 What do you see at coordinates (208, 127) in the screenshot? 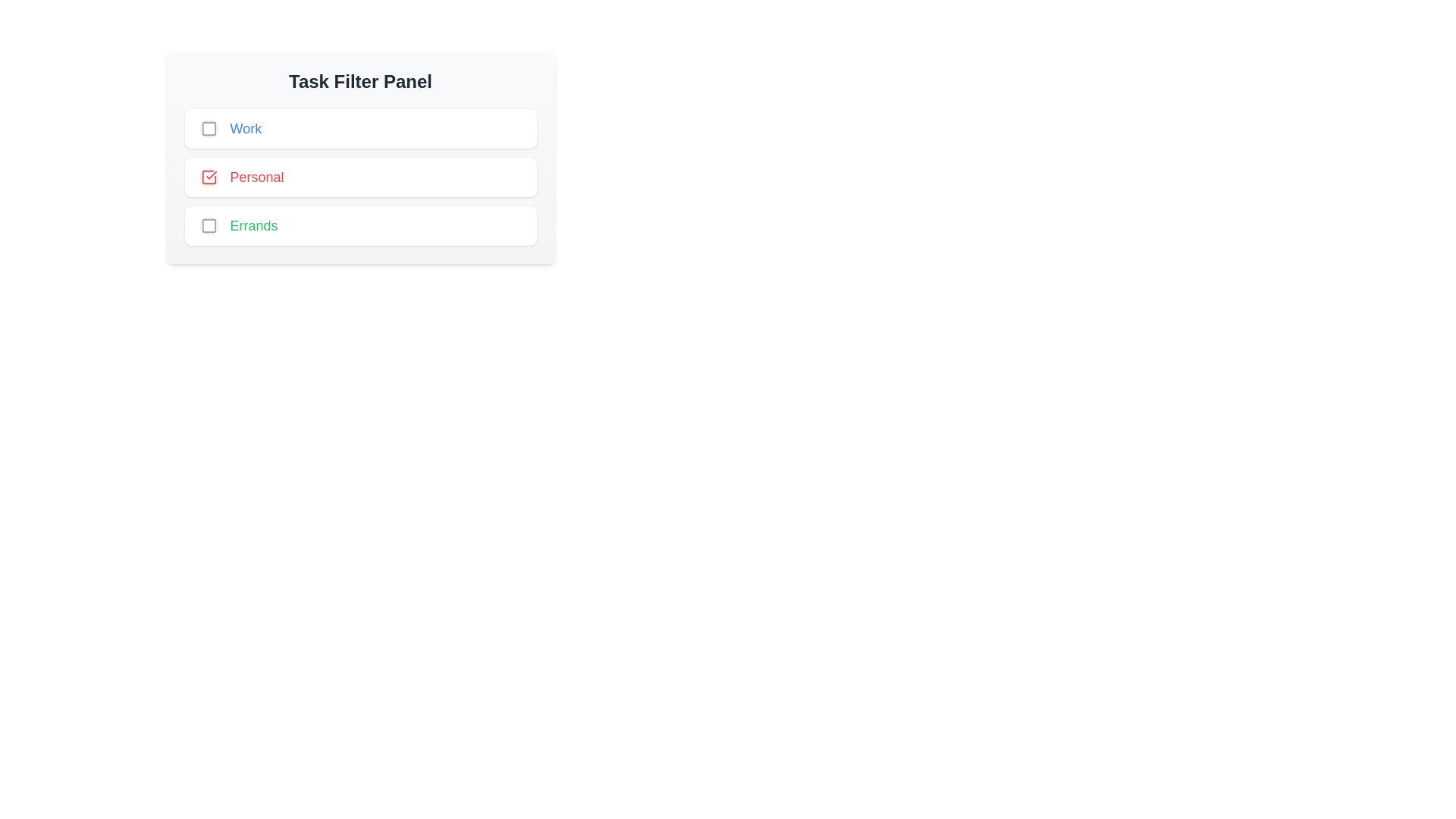
I see `the 'Work' filter icon located in the Task Filter Panel, which is the first item in the vertical list of task filters` at bounding box center [208, 127].